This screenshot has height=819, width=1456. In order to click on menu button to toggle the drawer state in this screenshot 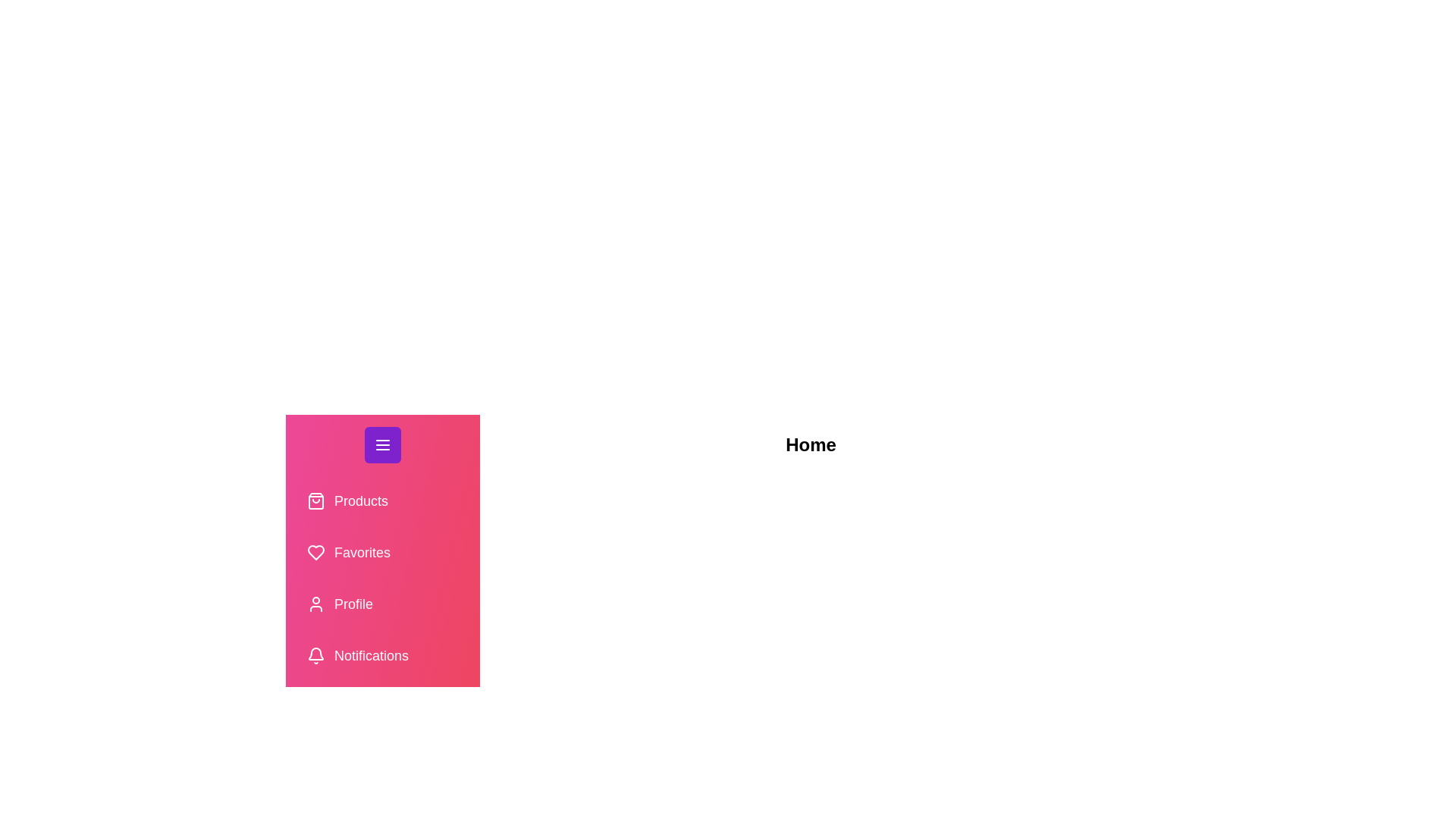, I will do `click(382, 444)`.